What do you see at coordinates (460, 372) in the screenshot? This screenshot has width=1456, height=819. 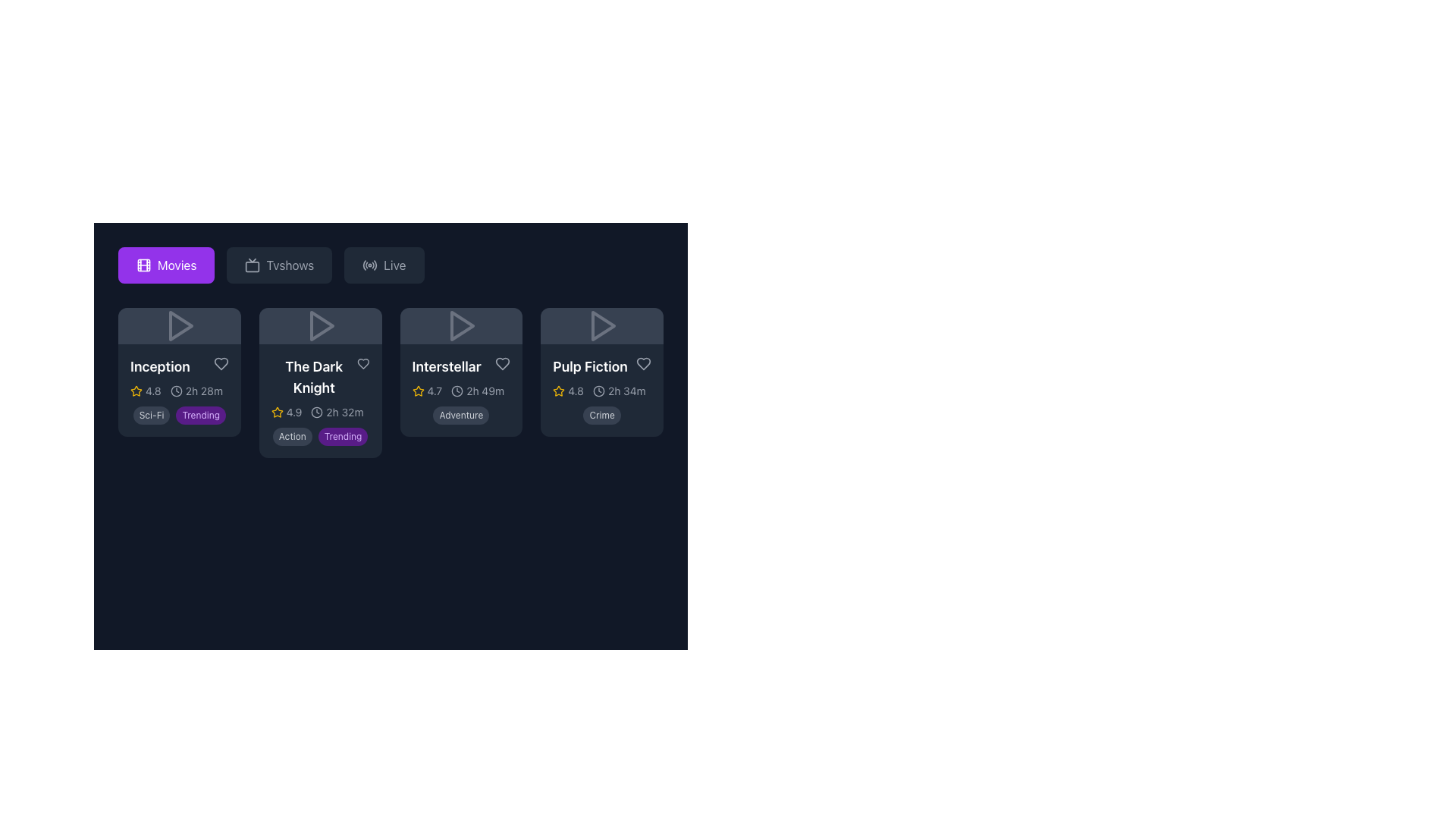 I see `the movie card for 'Interstellar', which has a dark-gray background and features the title in bold white text, located as the third item in the second row of movie cards` at bounding box center [460, 372].